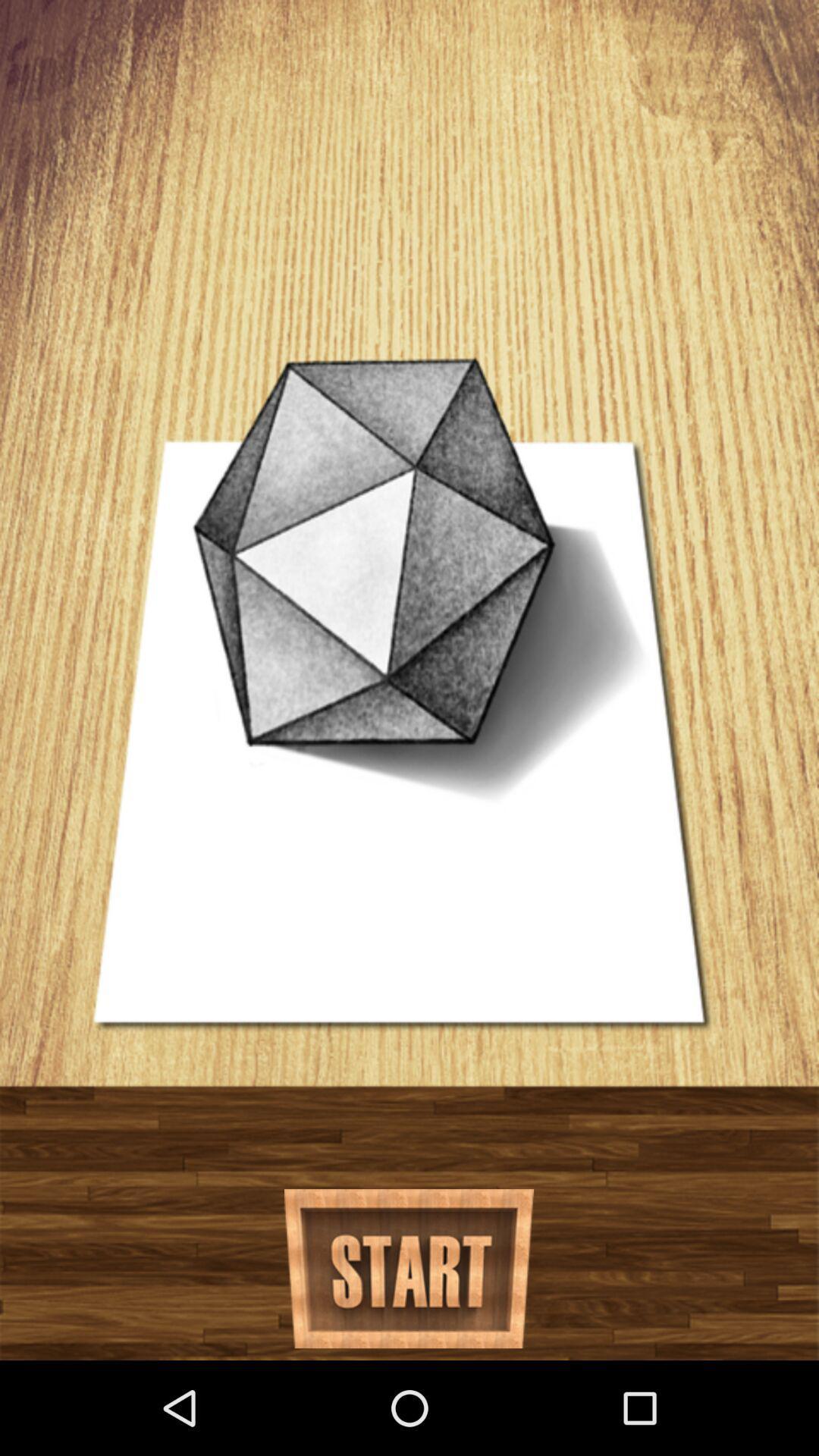  I want to click on start button, so click(408, 1269).